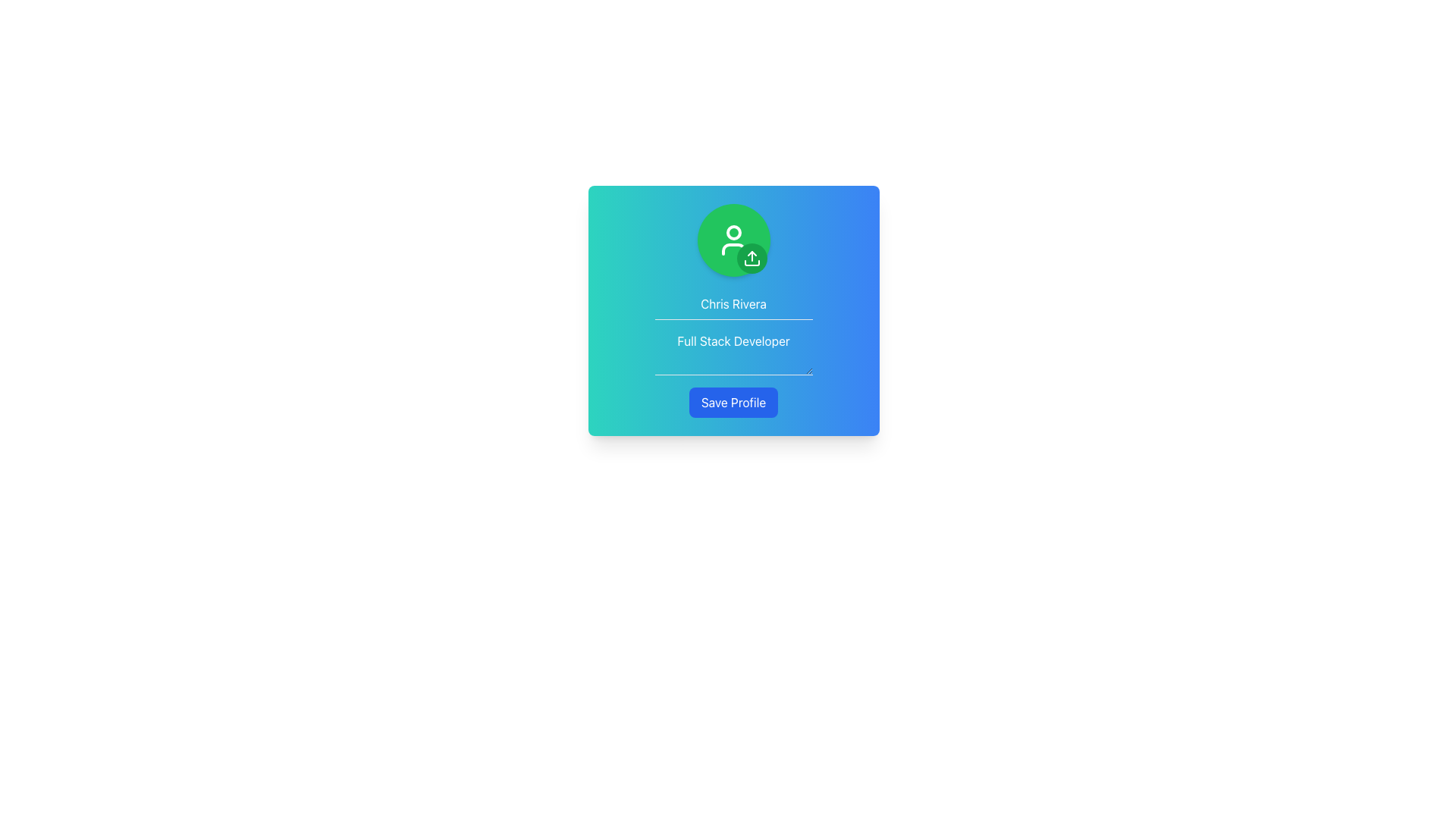  Describe the element at coordinates (733, 331) in the screenshot. I see `the Text Field that indicates the profession or title of the individual, located below the 'Chris Rivera' text input field and above the 'Save Profile' button` at that location.